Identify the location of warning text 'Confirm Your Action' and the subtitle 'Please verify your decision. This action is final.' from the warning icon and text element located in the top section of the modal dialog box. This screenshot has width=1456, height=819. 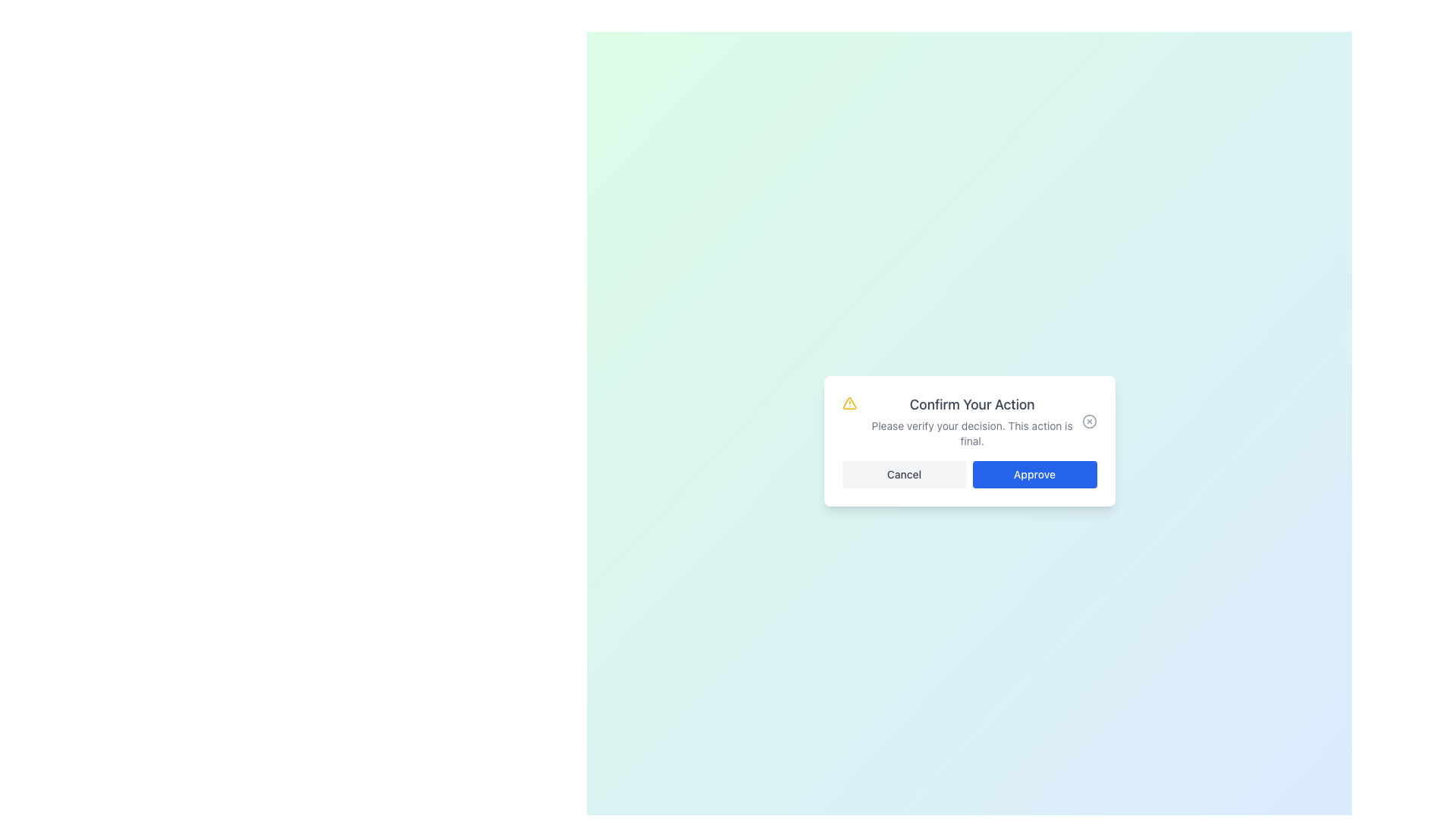
(961, 421).